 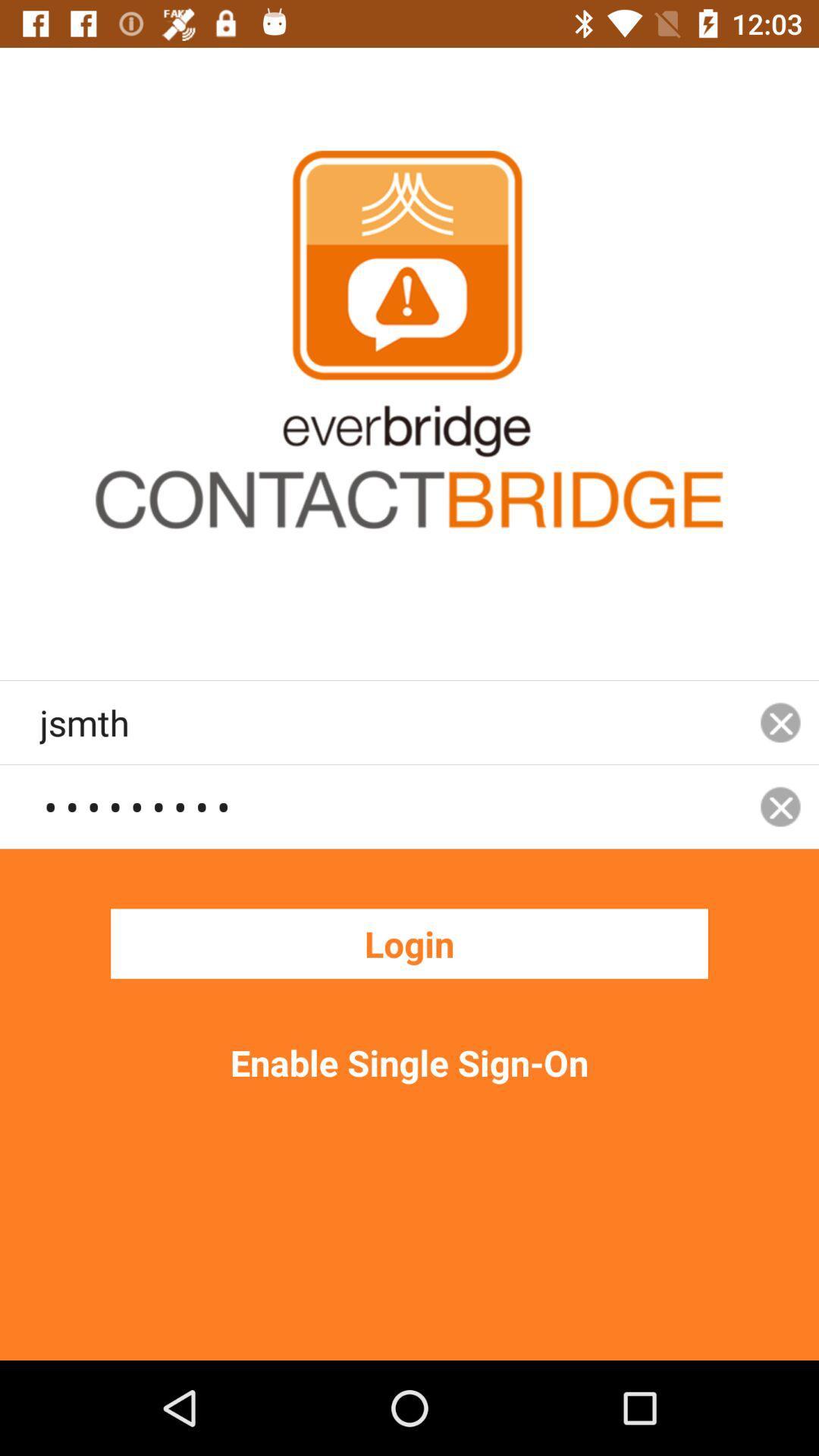 I want to click on the crowd3116, so click(x=390, y=805).